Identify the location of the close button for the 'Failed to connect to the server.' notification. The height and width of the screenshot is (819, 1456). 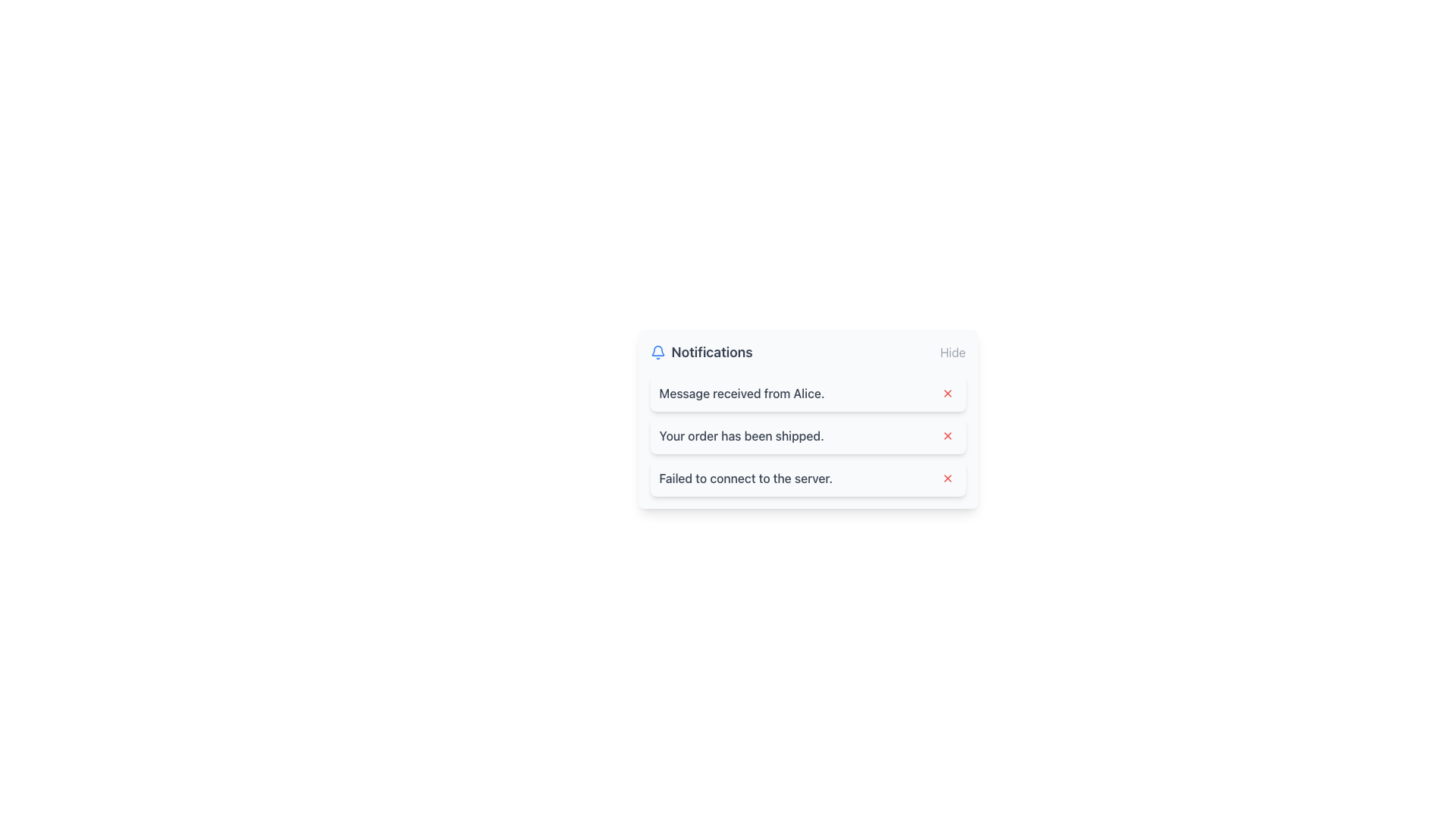
(946, 479).